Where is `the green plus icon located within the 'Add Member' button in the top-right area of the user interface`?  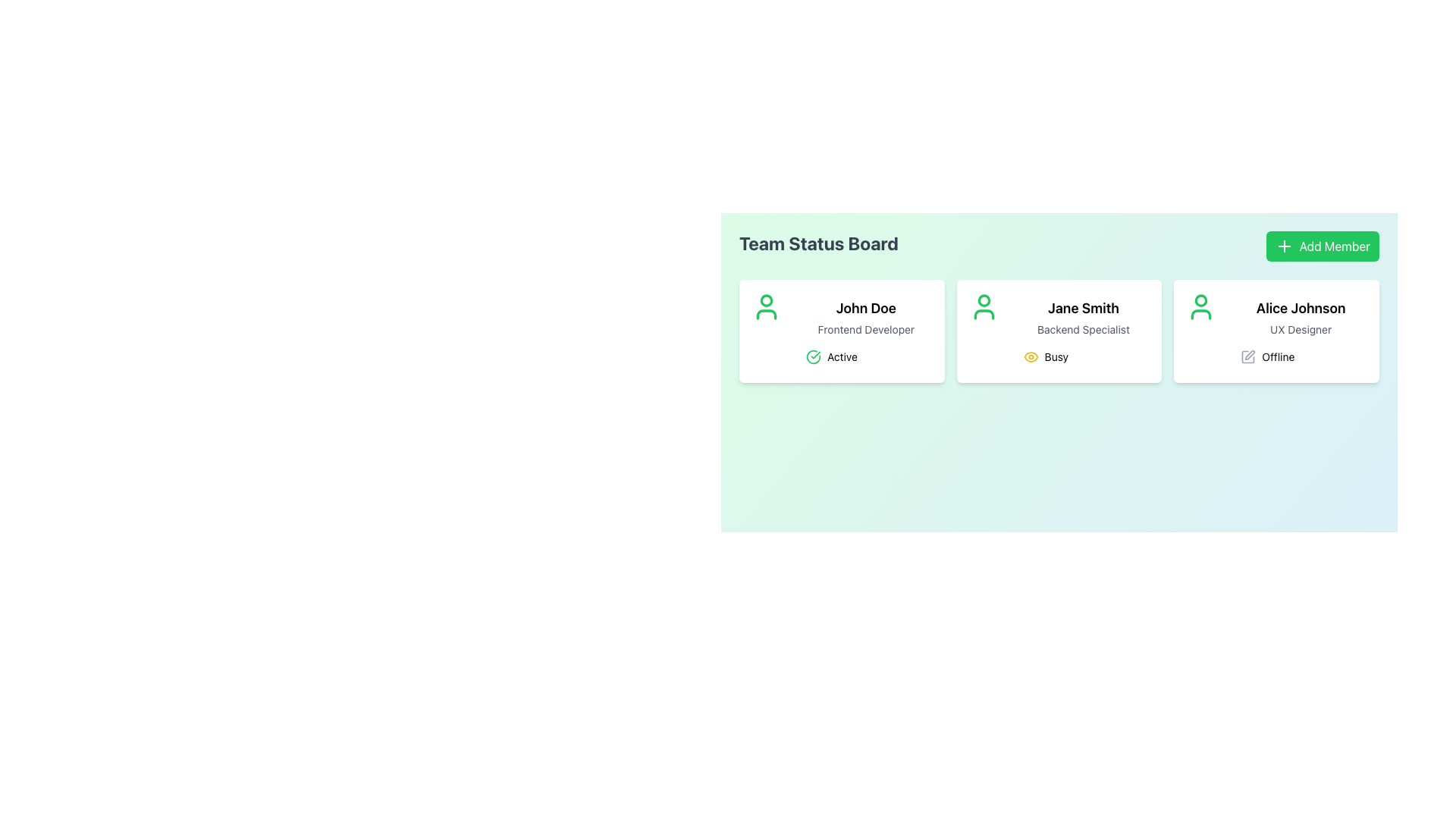 the green plus icon located within the 'Add Member' button in the top-right area of the user interface is located at coordinates (1283, 245).